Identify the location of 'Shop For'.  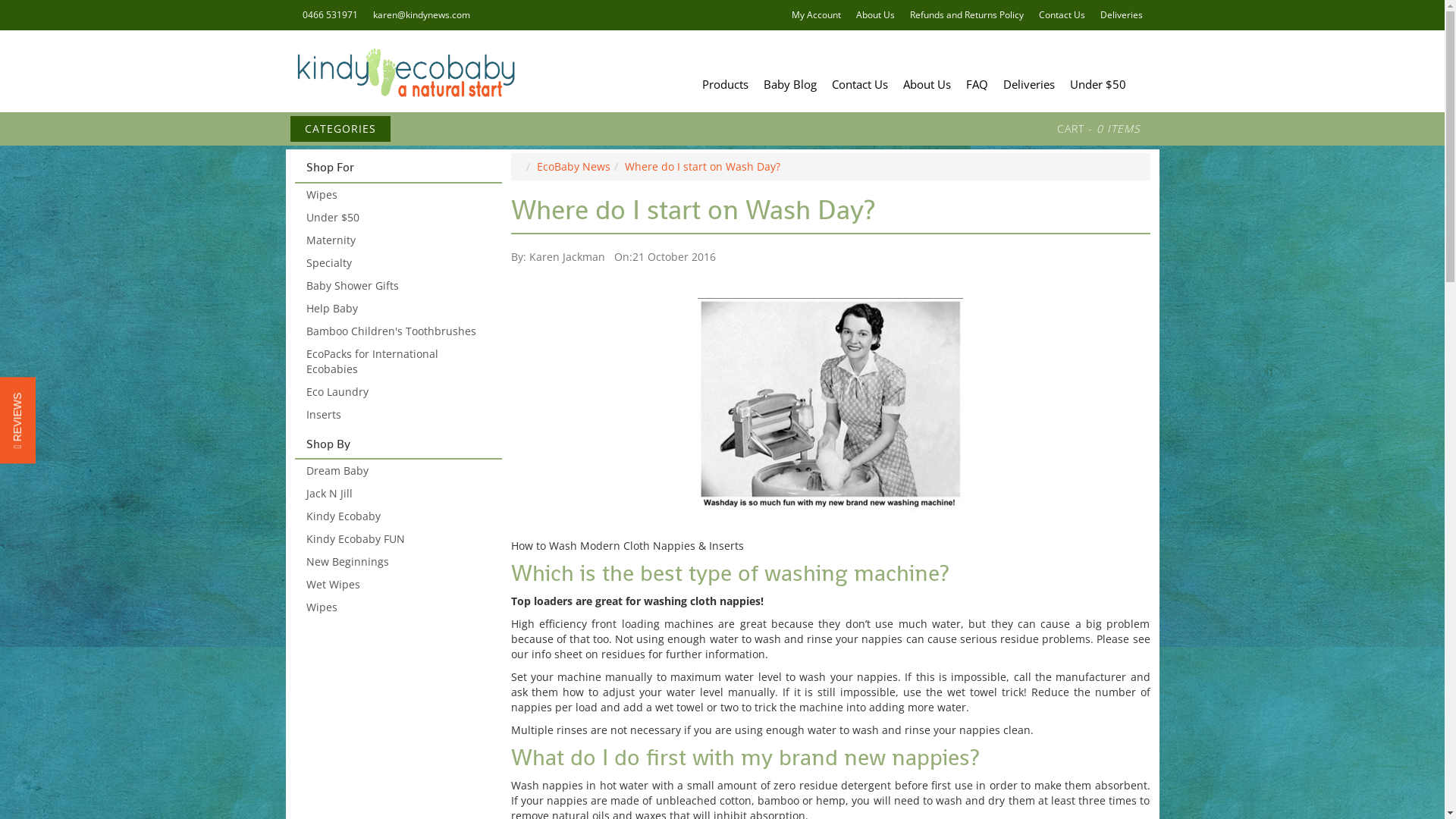
(398, 167).